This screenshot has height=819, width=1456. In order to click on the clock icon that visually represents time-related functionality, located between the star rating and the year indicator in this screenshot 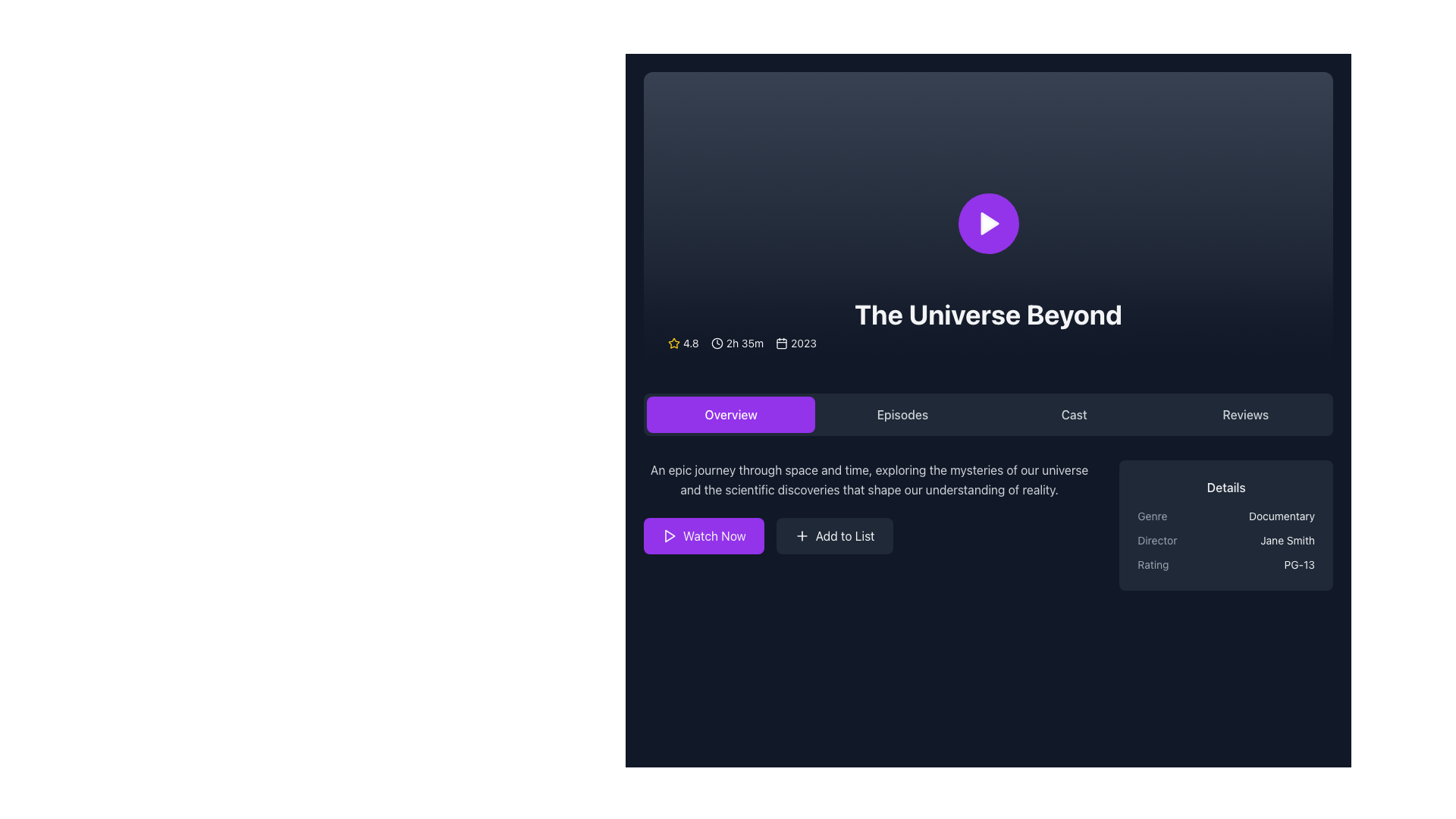, I will do `click(716, 343)`.